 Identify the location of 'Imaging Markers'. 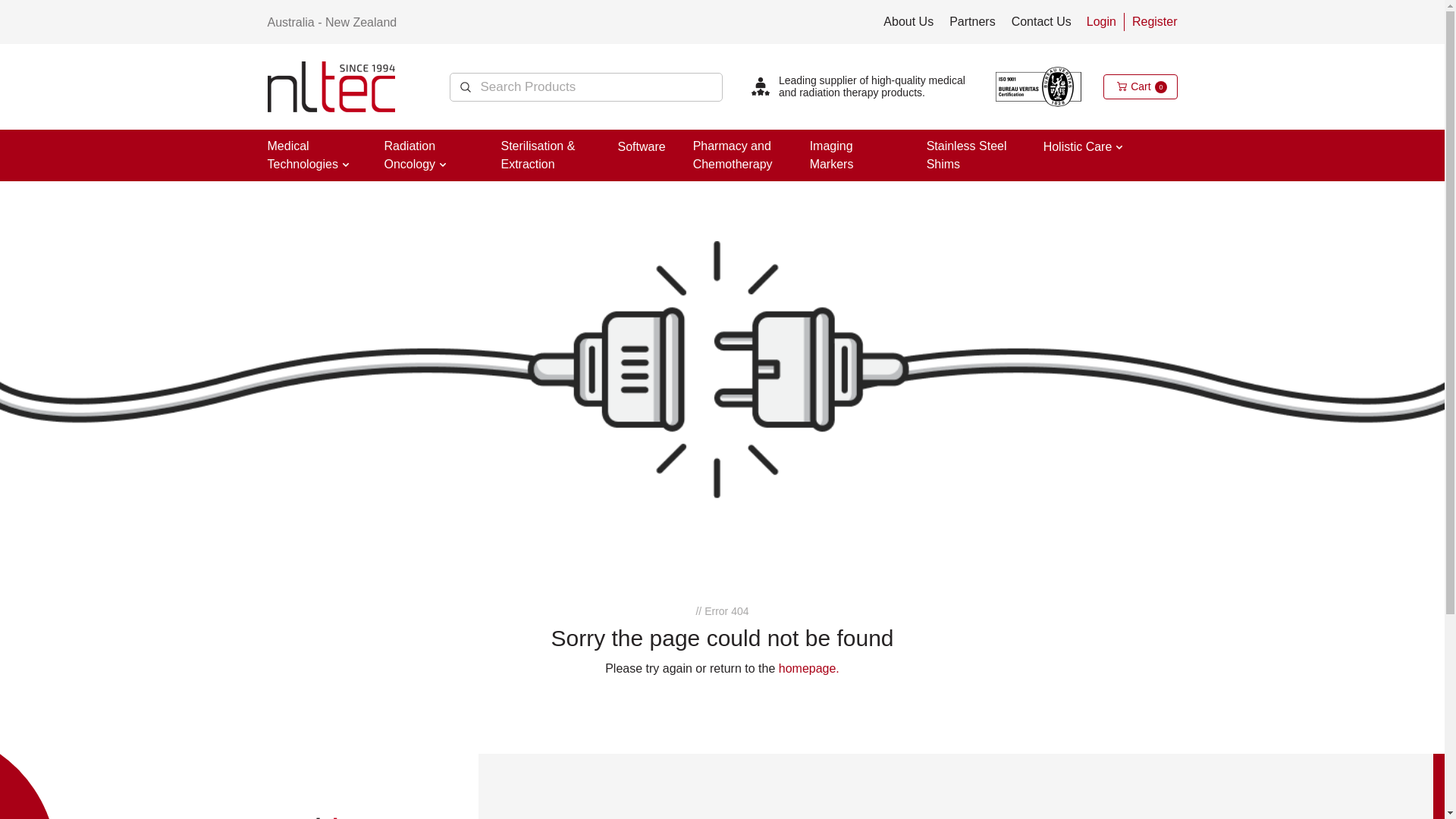
(831, 155).